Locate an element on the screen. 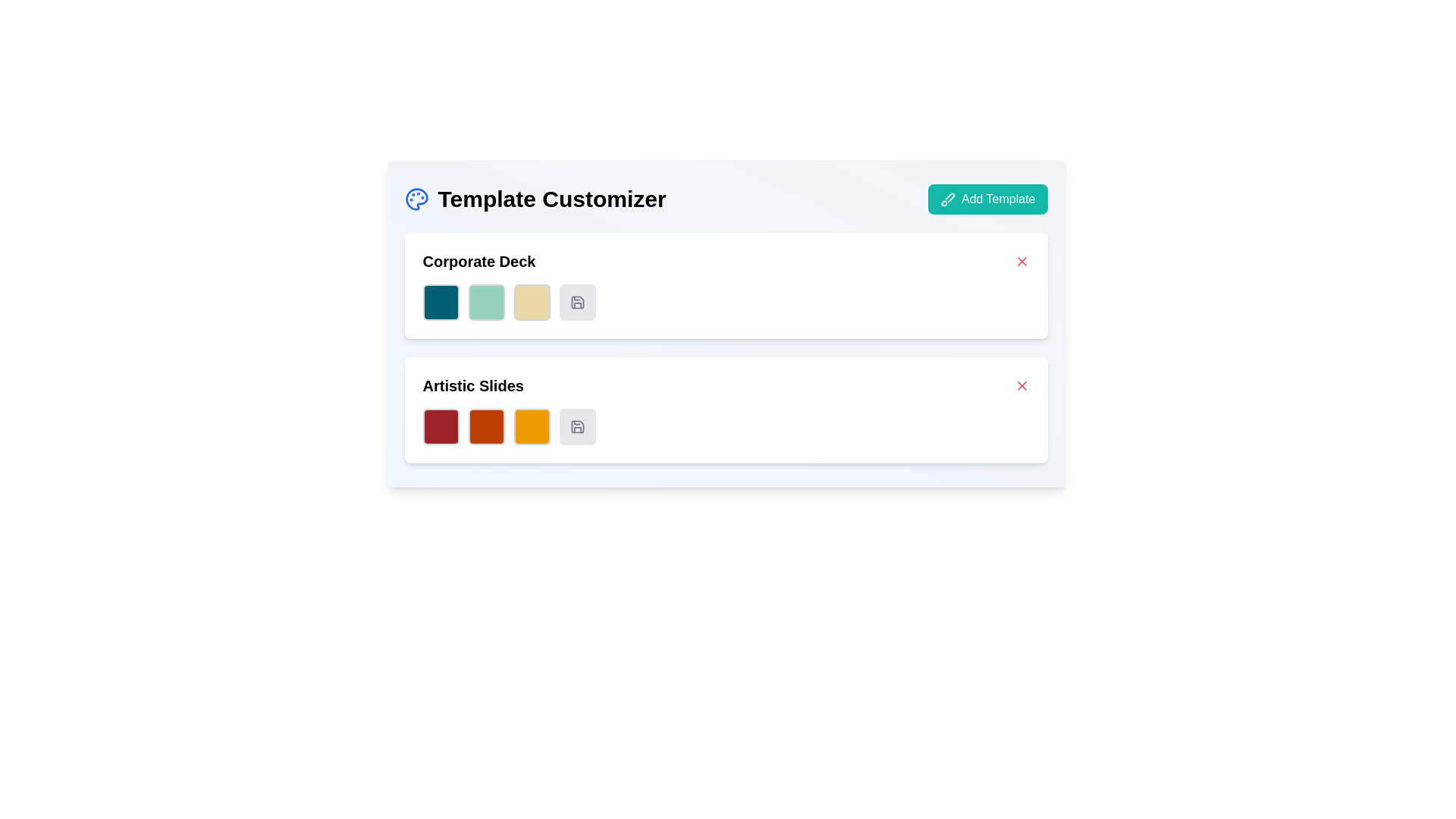  the red cross icon button located to the right of the 'Corporate Deck' heading is located at coordinates (1021, 260).